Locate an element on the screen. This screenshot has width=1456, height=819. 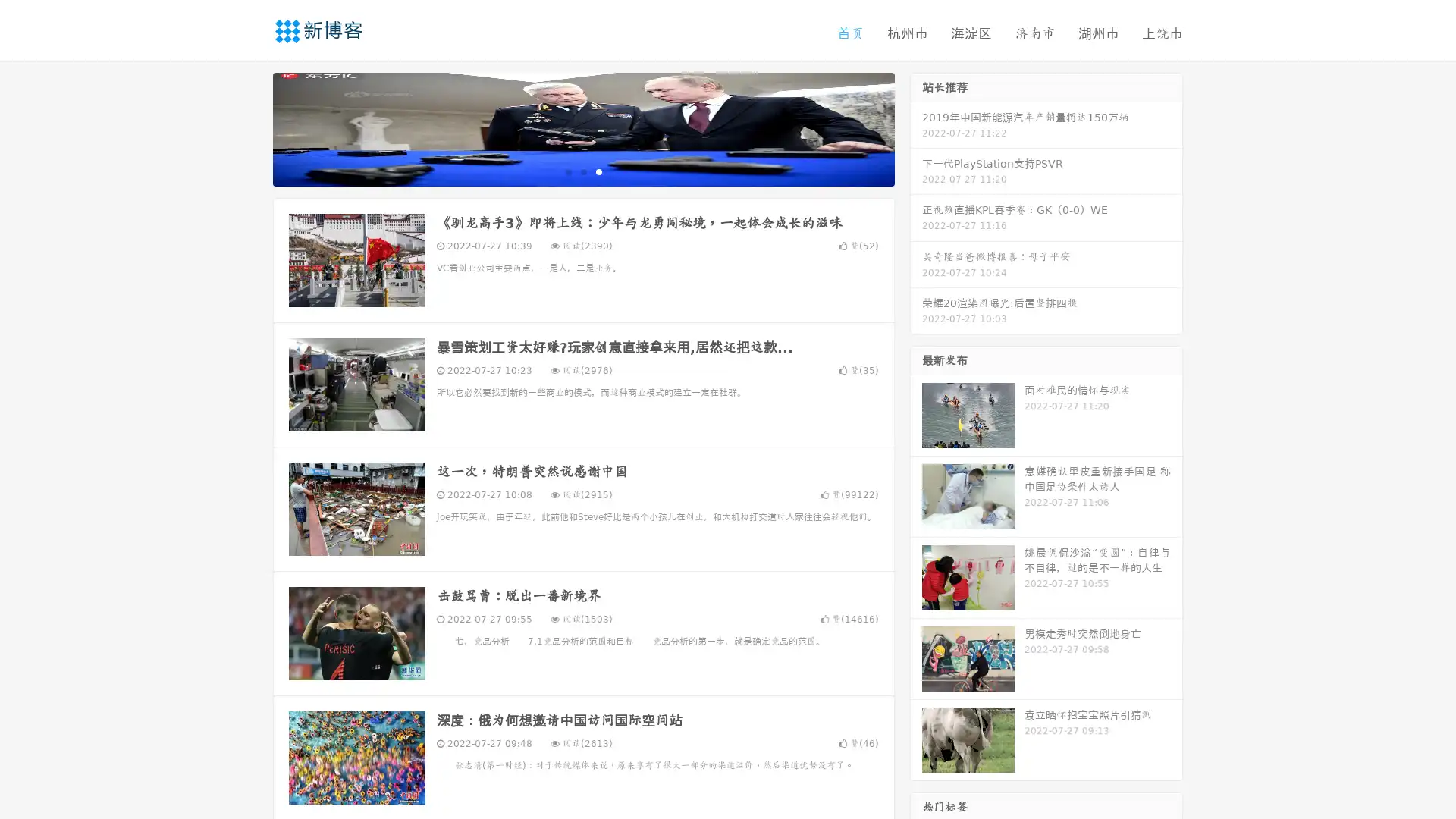
Next slide is located at coordinates (916, 127).